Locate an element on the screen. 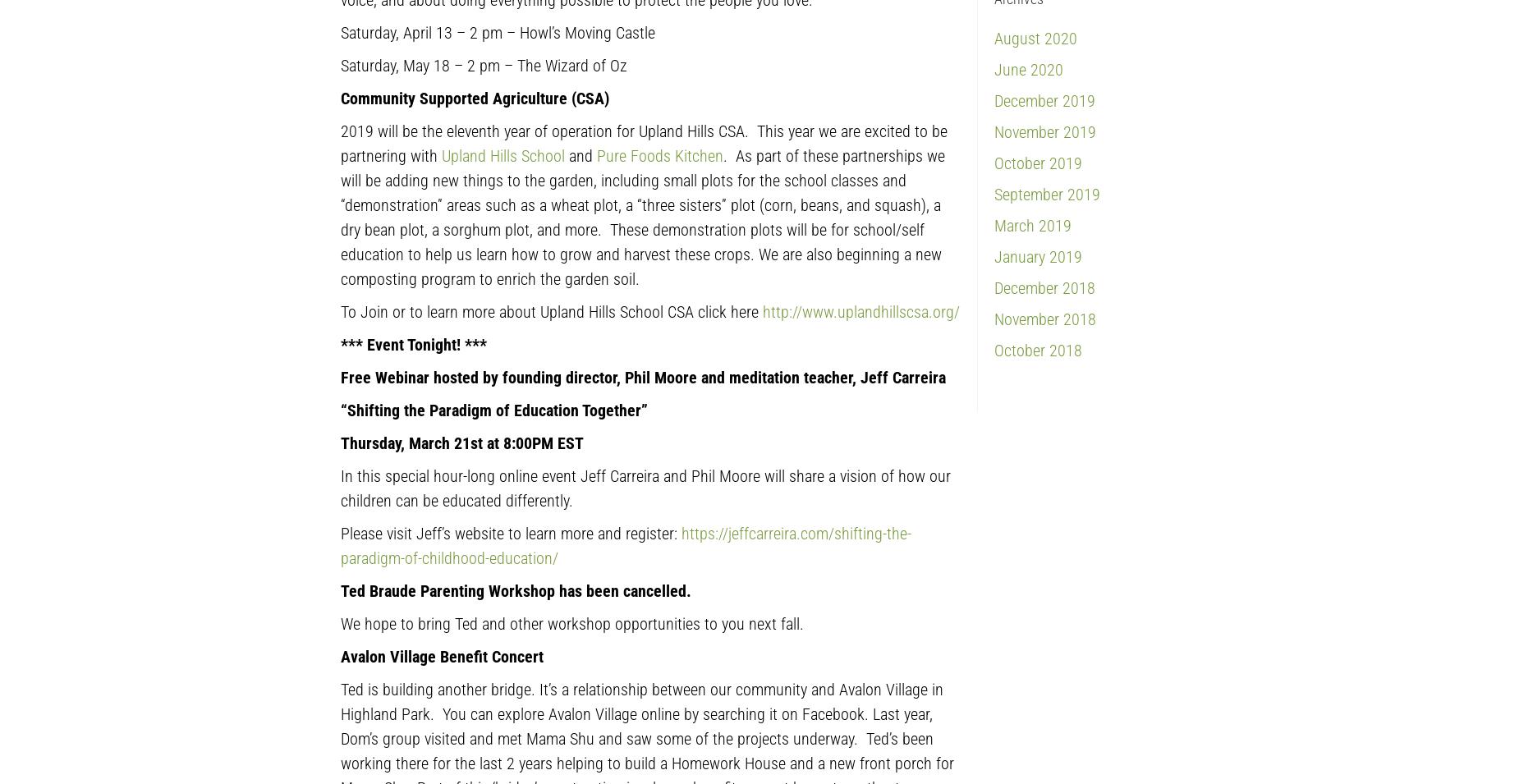 The width and height of the screenshot is (1519, 784). '*** Event Tonight! ***' is located at coordinates (413, 342).